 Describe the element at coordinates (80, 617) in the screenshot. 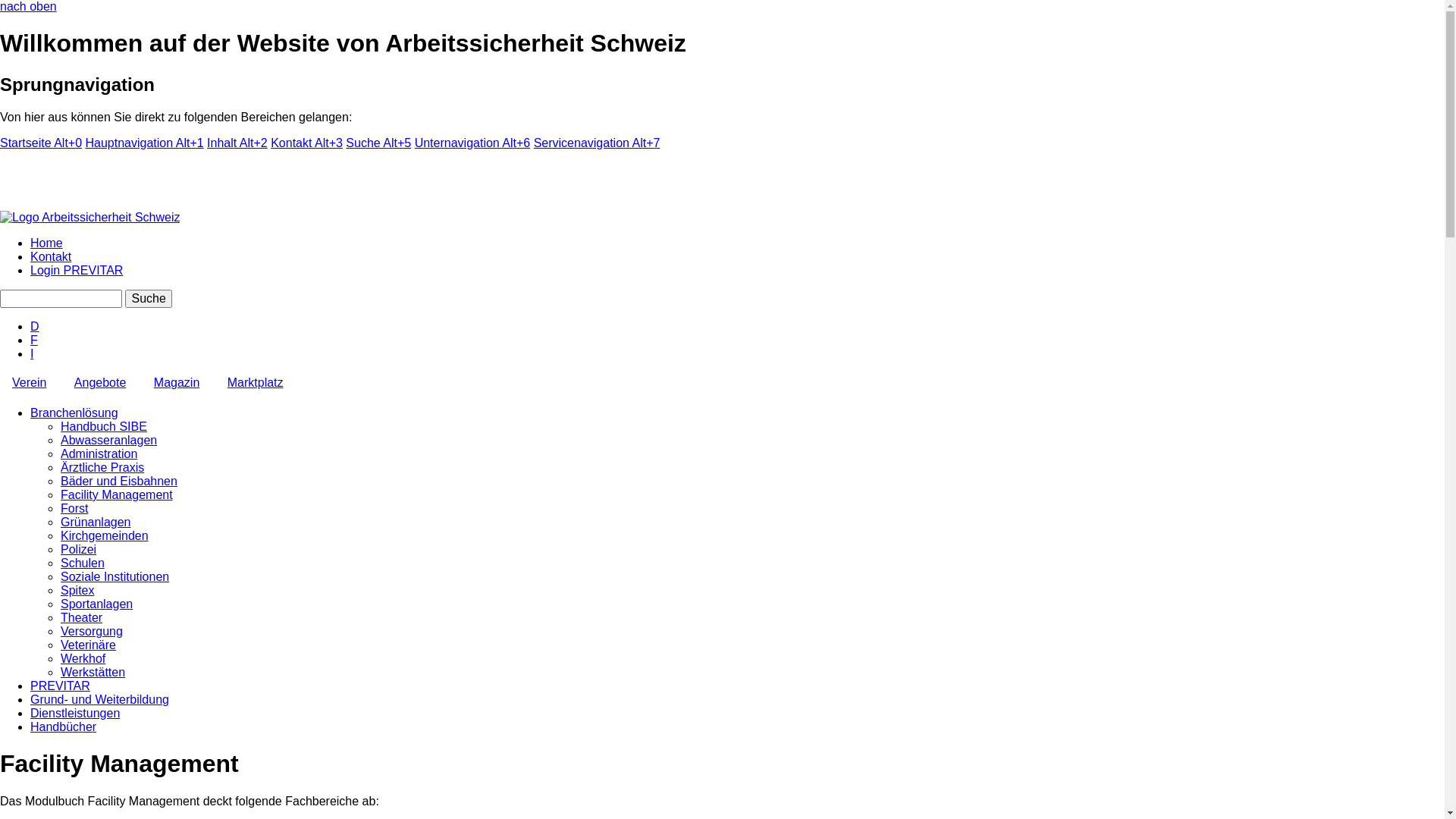

I see `'Theater'` at that location.